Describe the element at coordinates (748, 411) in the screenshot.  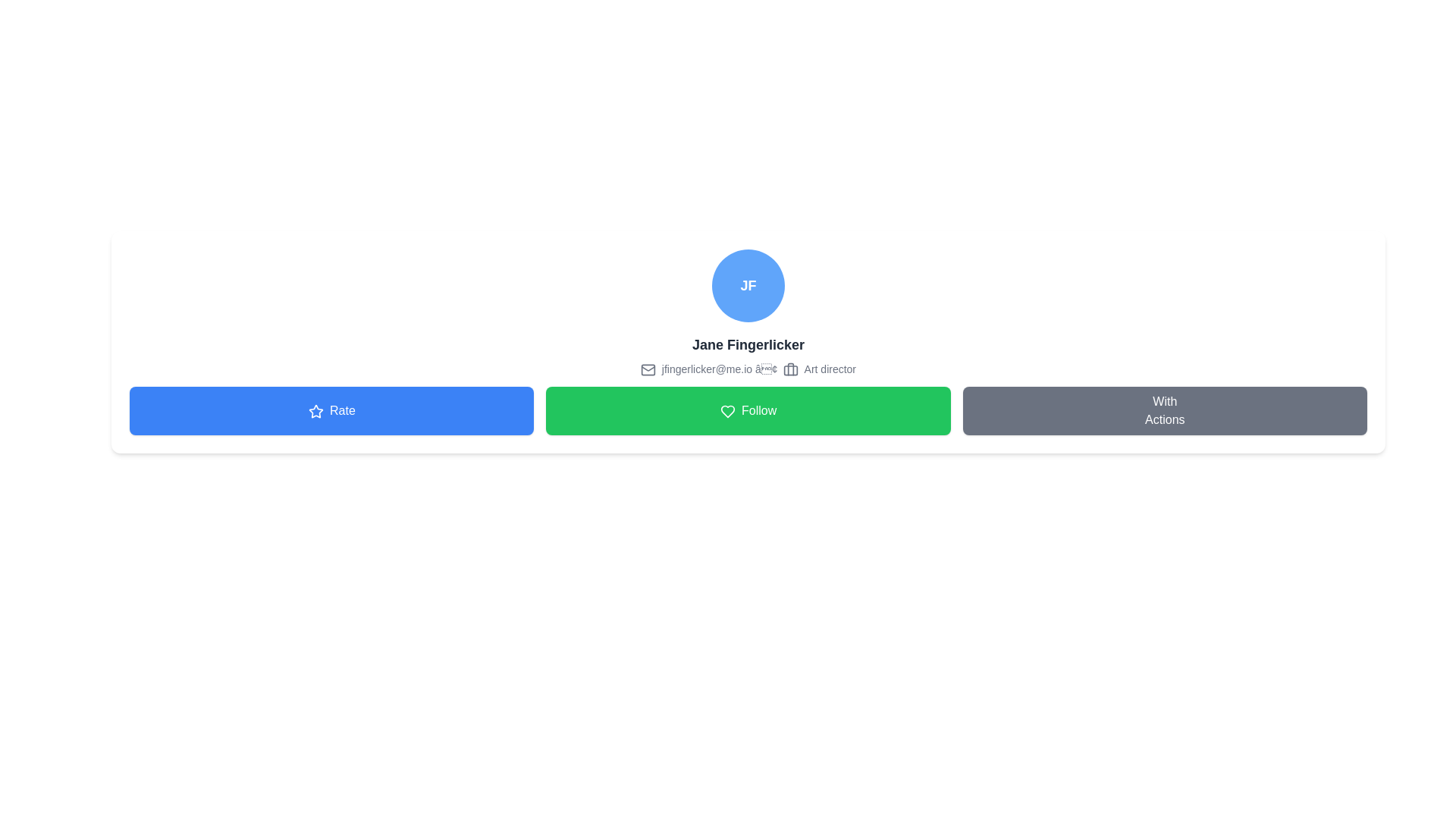
I see `the green rectangular 'Follow' button with a white heart icon to follow the user` at that location.